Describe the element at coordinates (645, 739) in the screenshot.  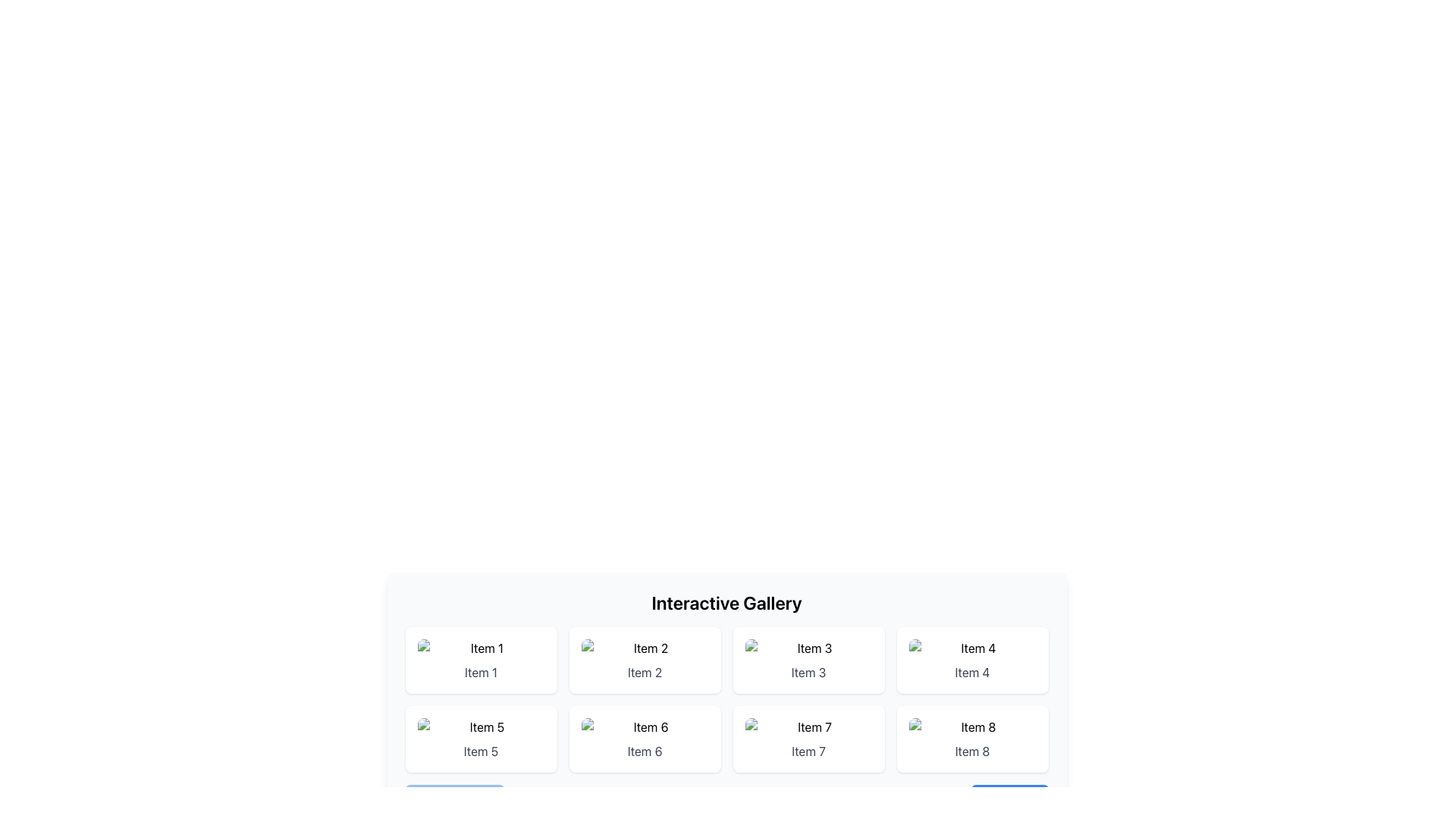
I see `the Card component representing 'Item 6', located in the second row and second column of the grid layout` at that location.